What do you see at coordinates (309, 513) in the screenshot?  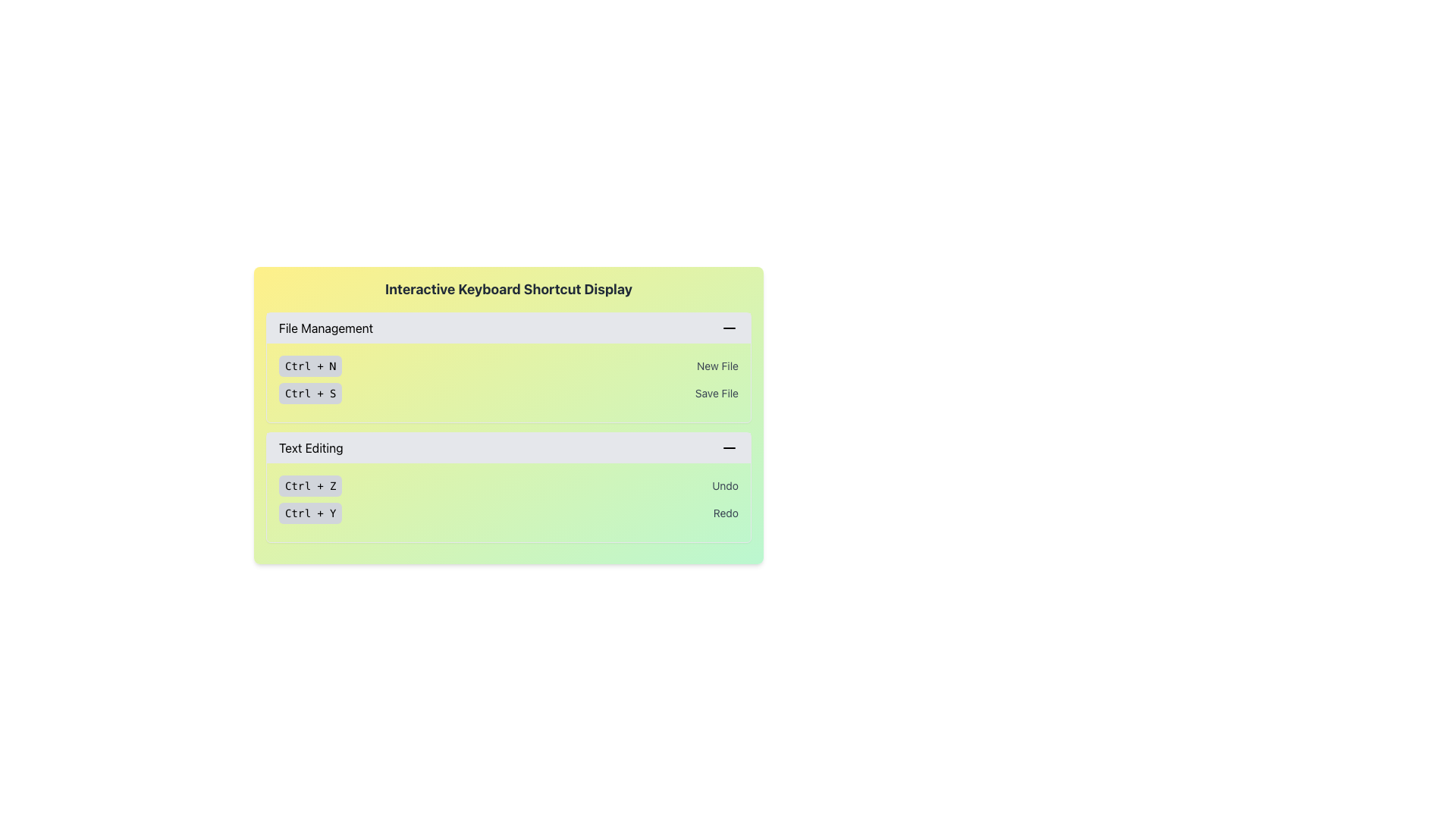 I see `the non-interactive label indicating the 'Ctrl + Y' keyboard shortcut for the 'Redo' action, which is located to the right of the 'Redo' button in the 'Text Editing' section` at bounding box center [309, 513].